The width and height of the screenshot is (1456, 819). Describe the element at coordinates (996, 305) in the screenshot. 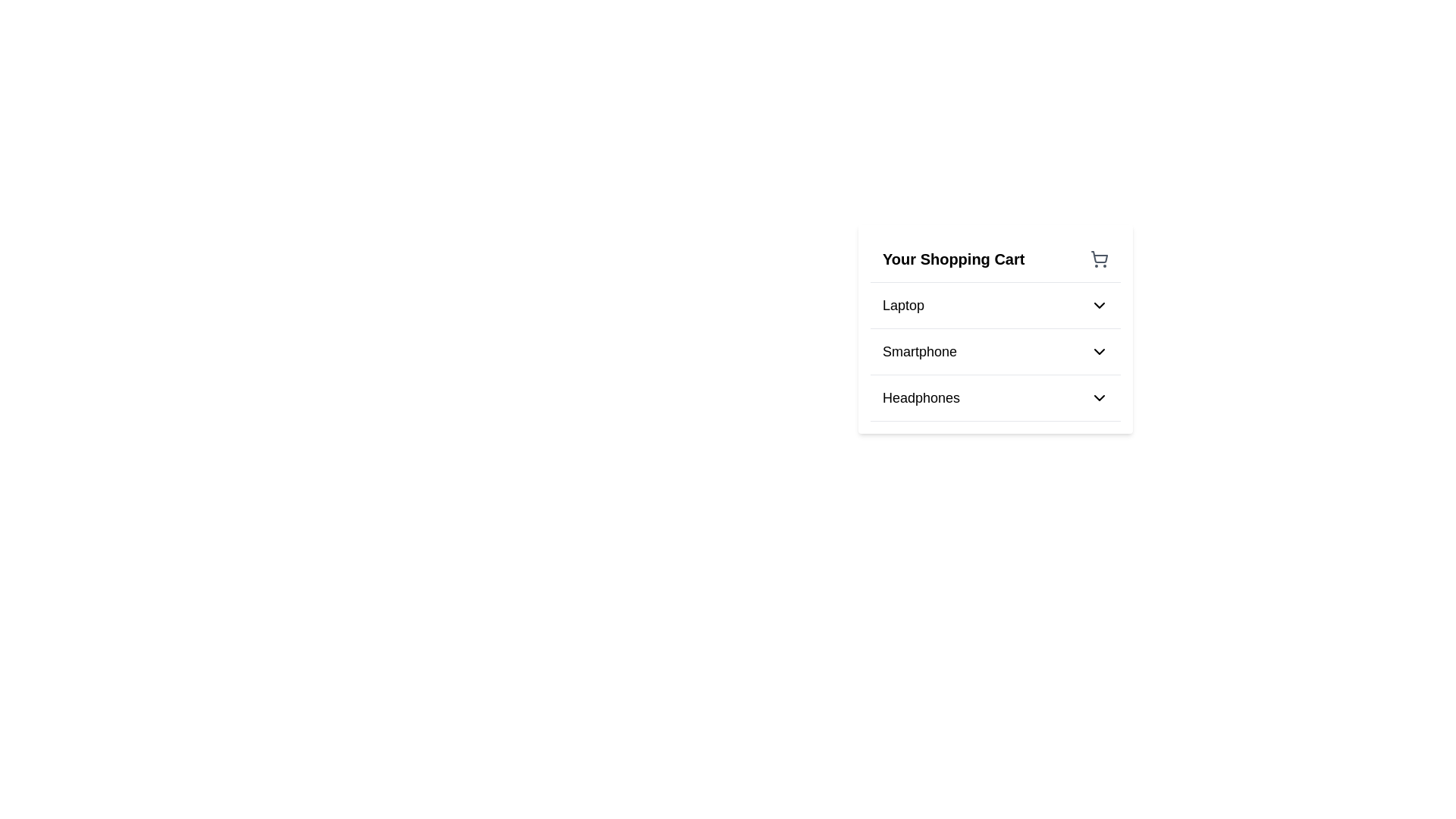

I see `the dropdown item labeled 'Laptop' within the shopping cart section to access available actions` at that location.